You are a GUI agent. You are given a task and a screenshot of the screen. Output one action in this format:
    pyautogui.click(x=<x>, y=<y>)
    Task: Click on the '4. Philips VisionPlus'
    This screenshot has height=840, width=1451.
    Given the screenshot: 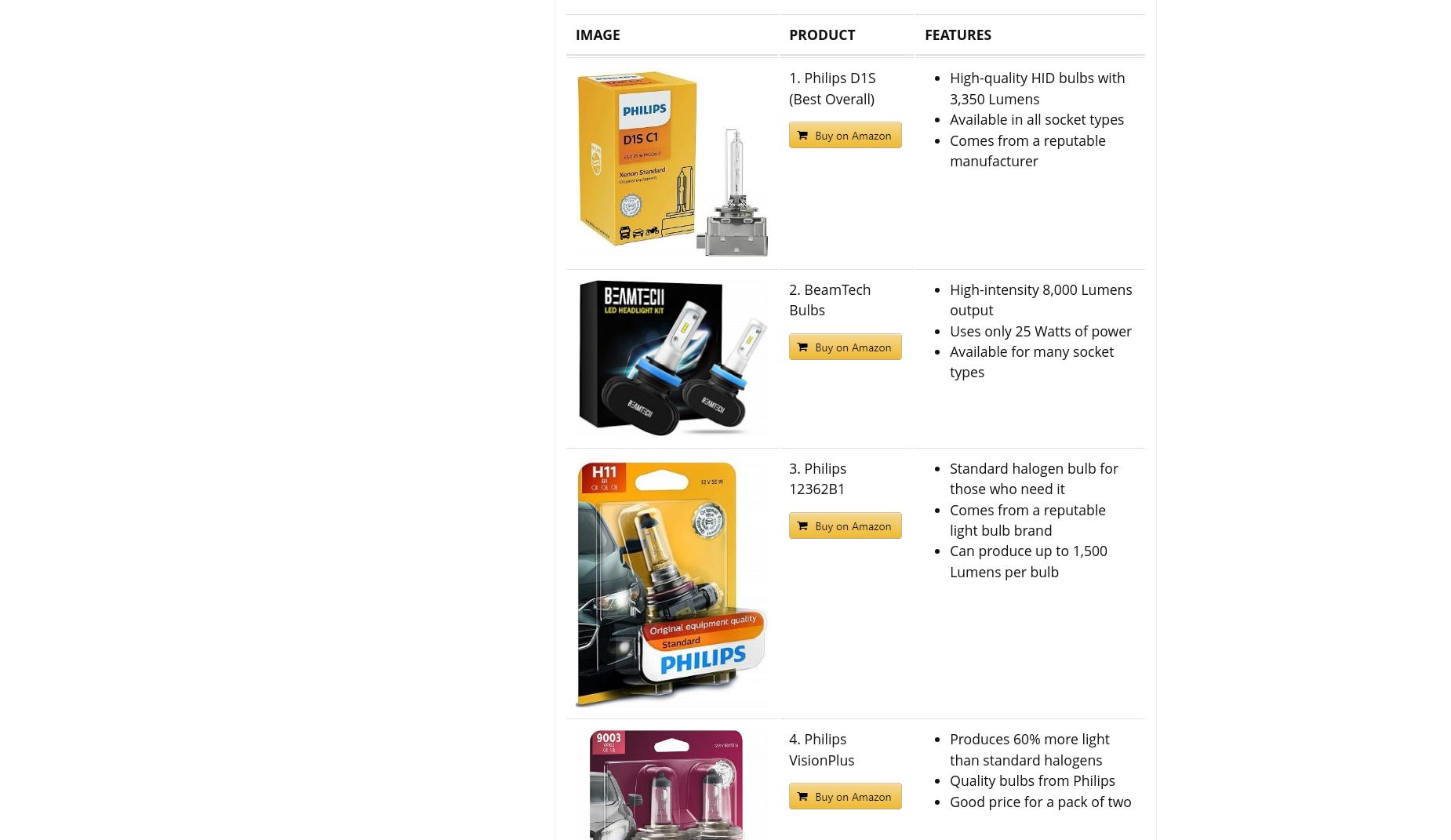 What is the action you would take?
    pyautogui.click(x=820, y=748)
    